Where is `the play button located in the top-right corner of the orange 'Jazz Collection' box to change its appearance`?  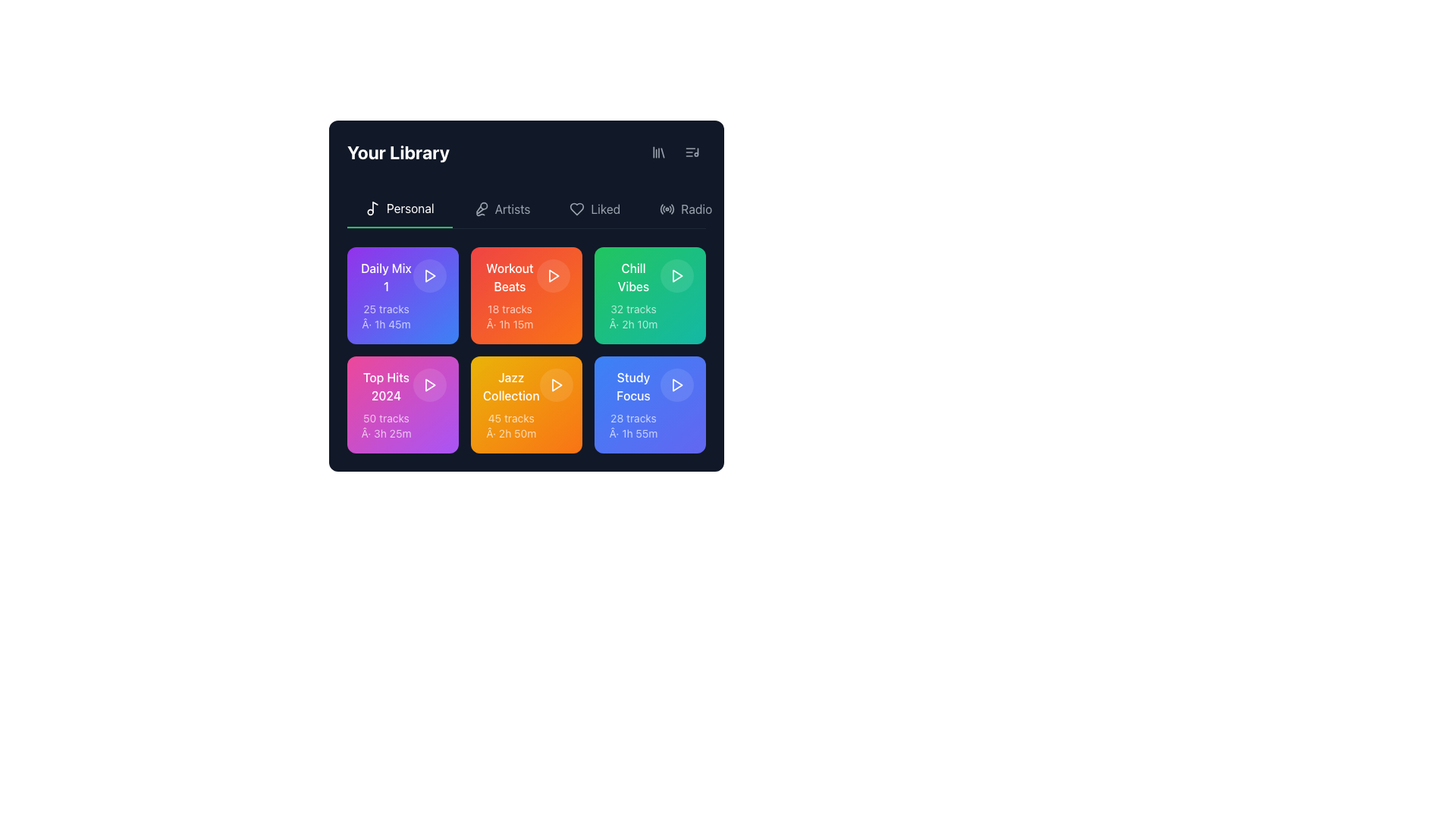
the play button located in the top-right corner of the orange 'Jazz Collection' box to change its appearance is located at coordinates (555, 384).